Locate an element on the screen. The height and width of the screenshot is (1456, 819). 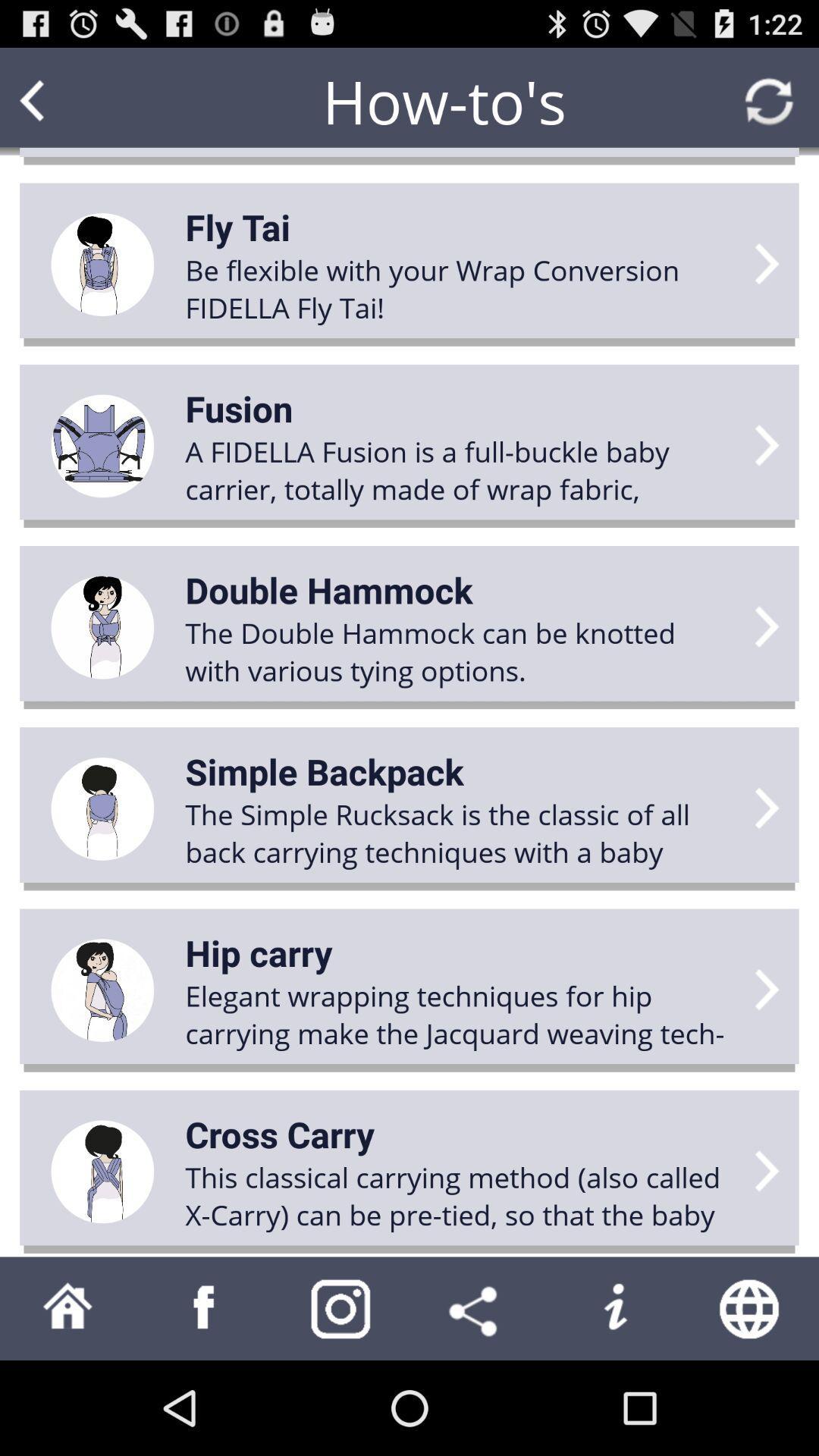
refresh list is located at coordinates (769, 100).